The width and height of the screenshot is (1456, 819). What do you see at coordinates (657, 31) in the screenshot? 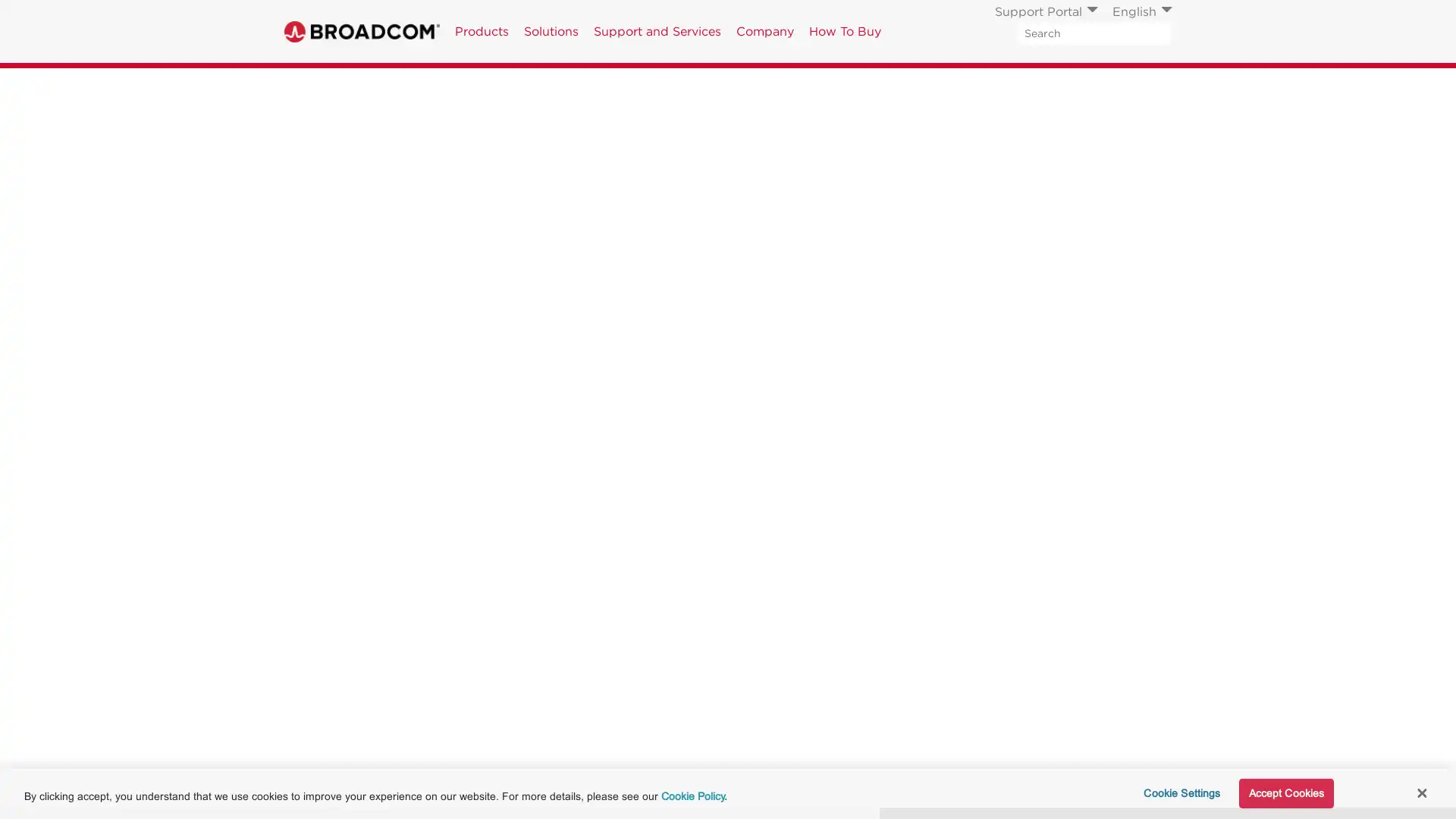
I see `Support and Services` at bounding box center [657, 31].